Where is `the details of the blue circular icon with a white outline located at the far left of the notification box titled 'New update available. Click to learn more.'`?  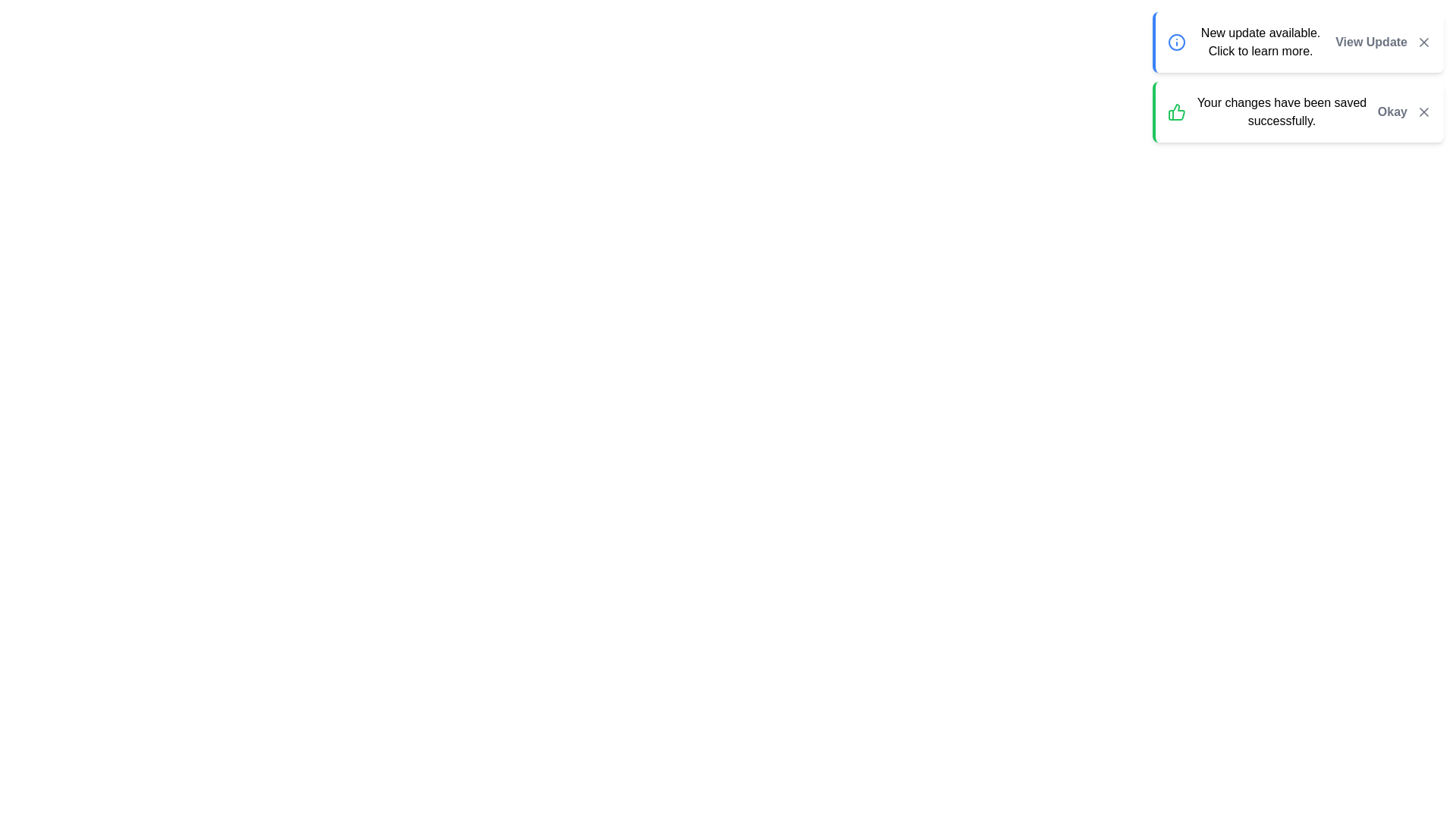
the details of the blue circular icon with a white outline located at the far left of the notification box titled 'New update available. Click to learn more.' is located at coordinates (1175, 42).